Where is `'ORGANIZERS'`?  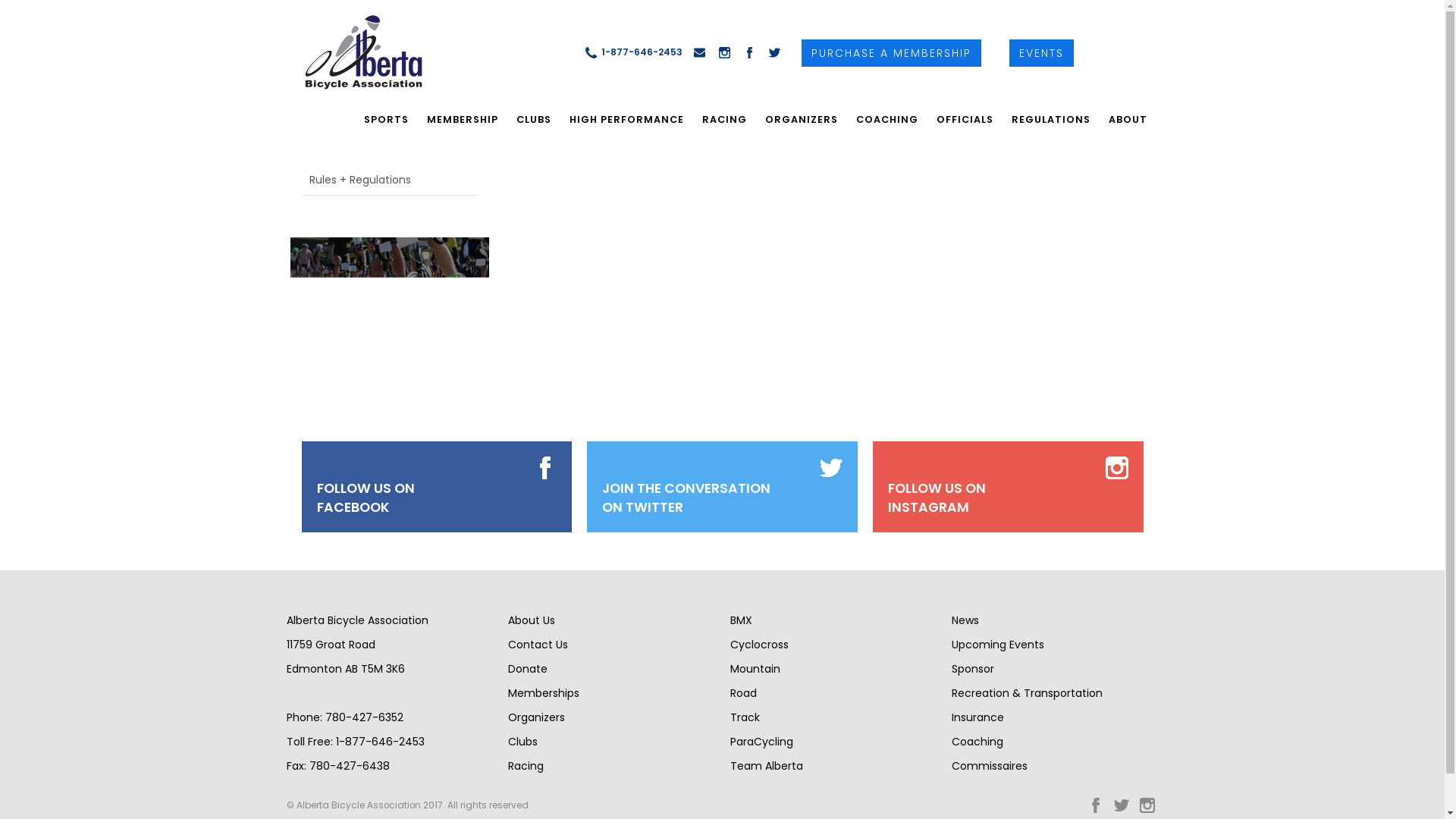 'ORGANIZERS' is located at coordinates (800, 119).